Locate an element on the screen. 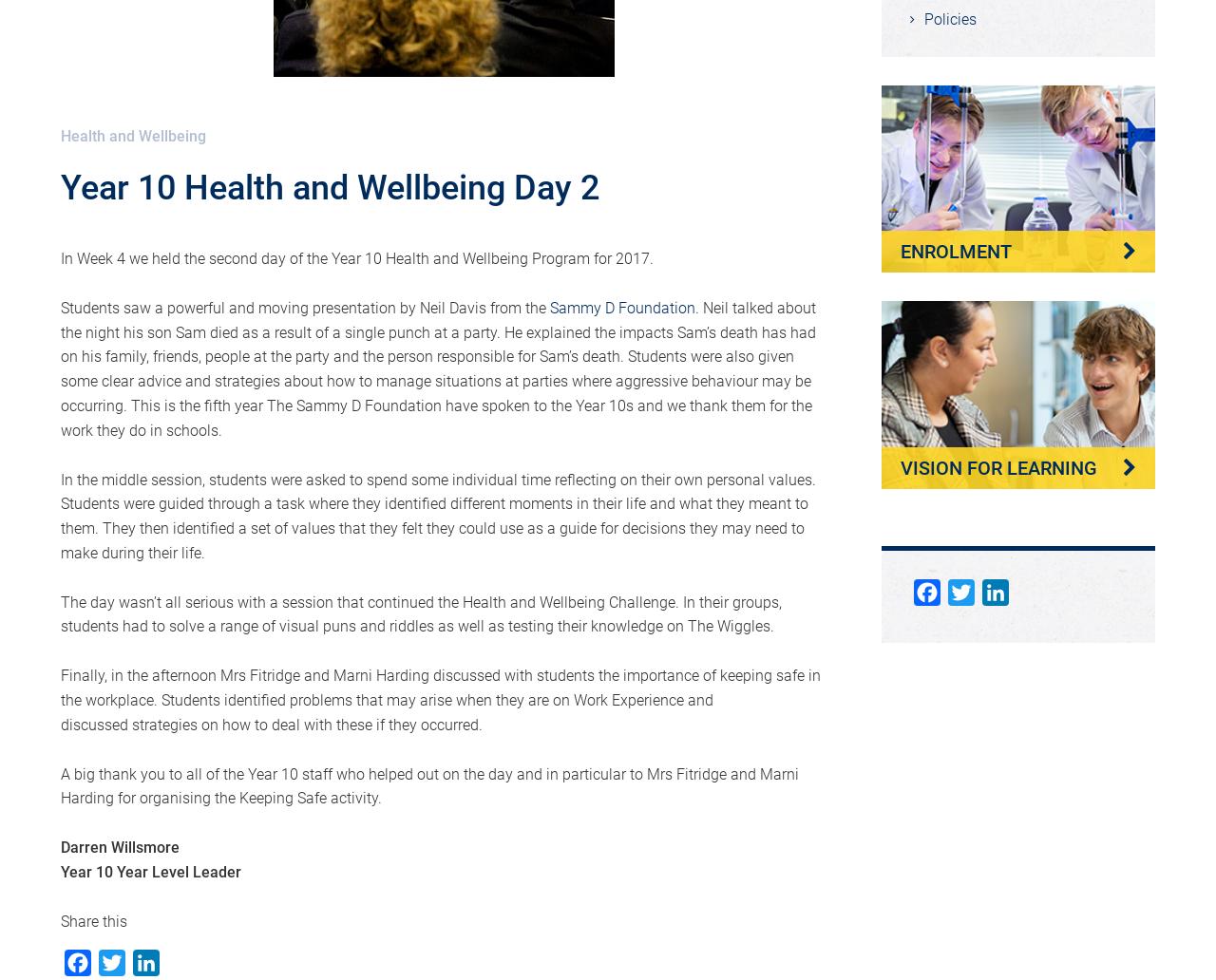 The image size is (1216, 980). '. Neil talked about the night his son Sam died as a result of a single punch at a party. He explained the impacts Sam’s death has had on his family, friends, people at the party and the person responsible for Sam’s death. Students were also given some clear advice and strategies about how to manage situations at parties where aggressive behaviour may be occurring. This is the fifth year The Sammy D Foundation have spoken to the Year 10s and we thank them for the work they do in schools.' is located at coordinates (61, 367).